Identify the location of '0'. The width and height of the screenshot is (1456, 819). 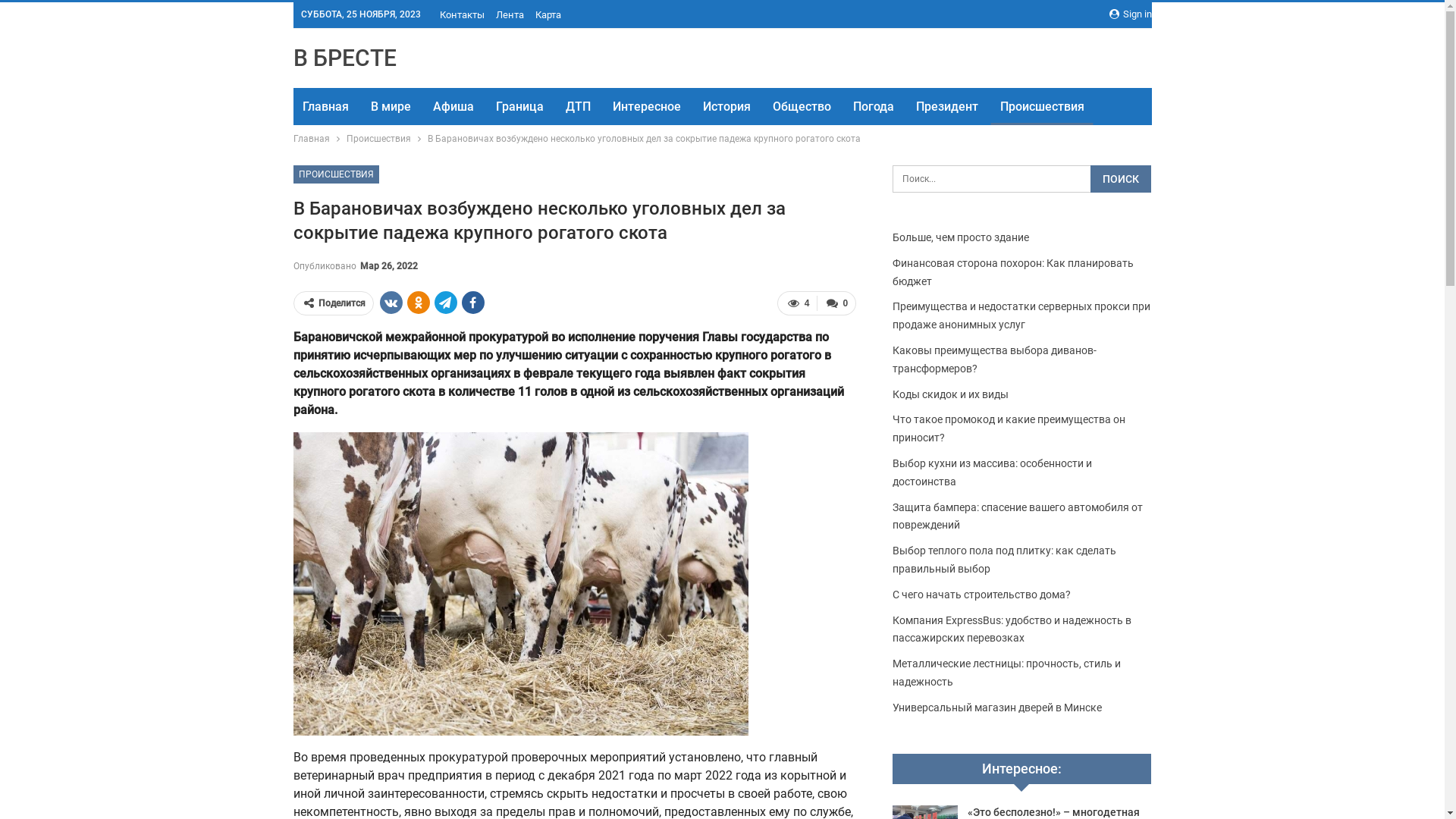
(836, 303).